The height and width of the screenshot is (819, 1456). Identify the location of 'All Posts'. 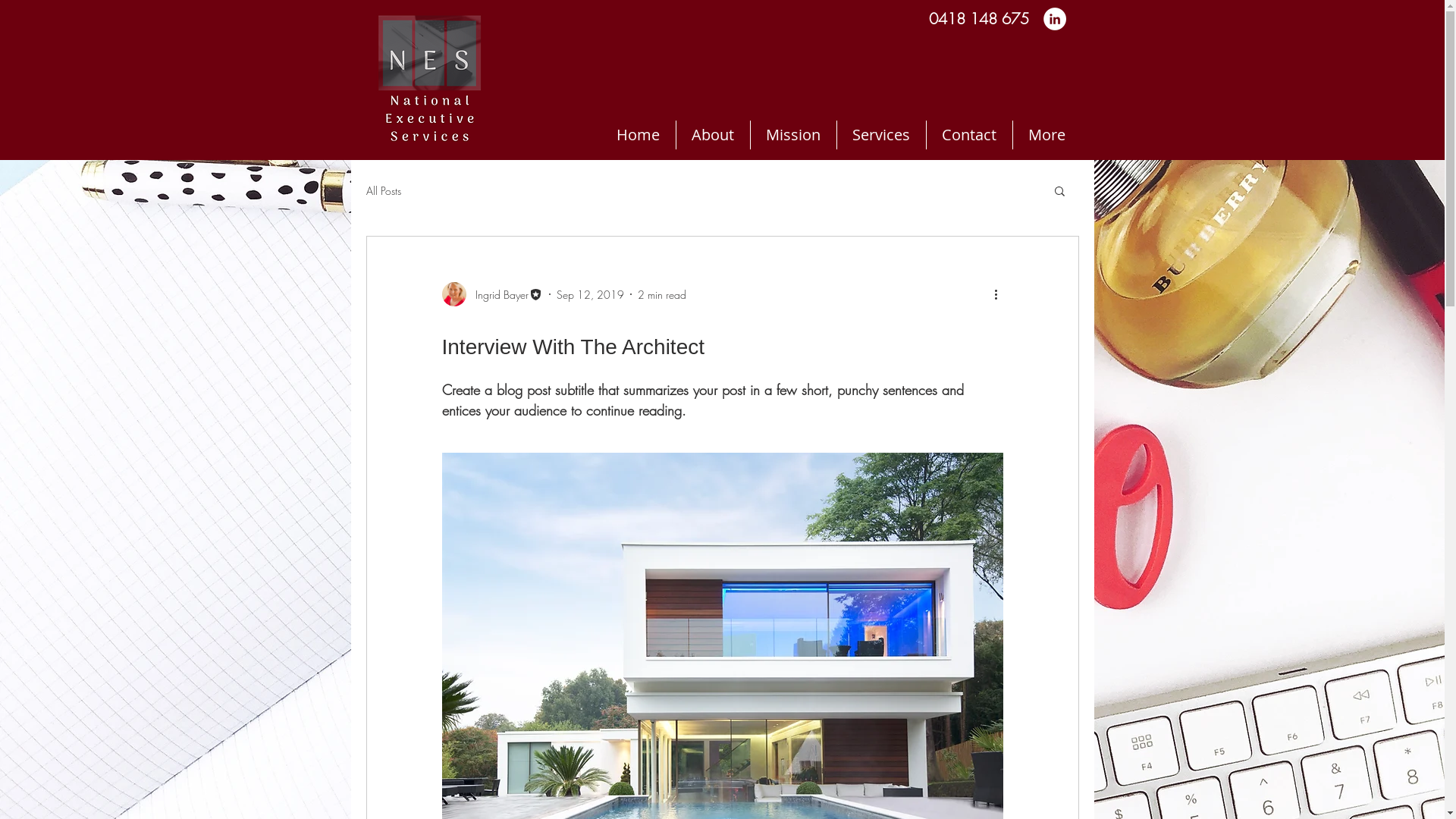
(365, 190).